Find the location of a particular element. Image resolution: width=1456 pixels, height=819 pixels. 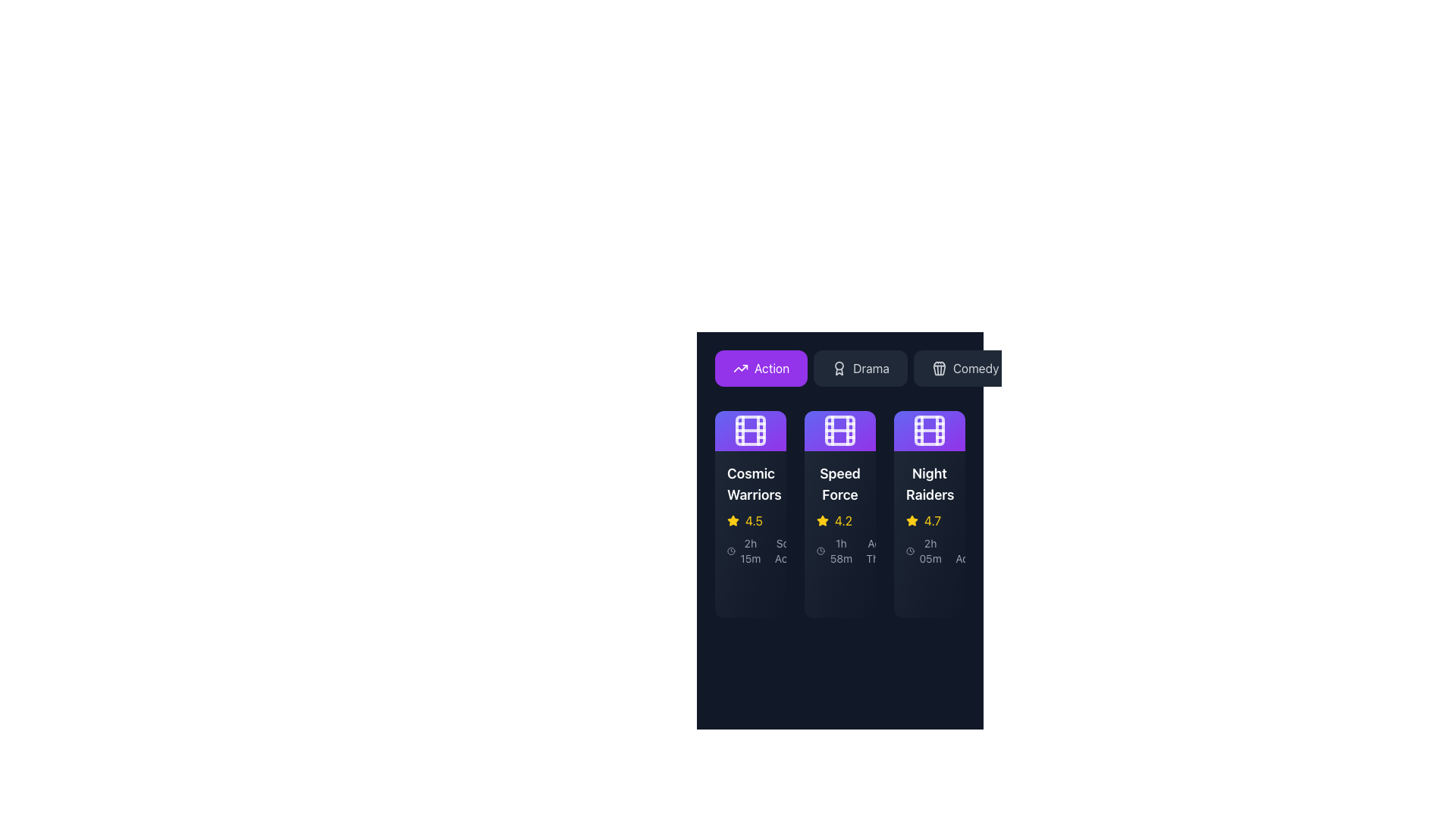

the 'Drama' text label displayed in white color on a dark background, which is the rightmost genre label in the top row of the interface is located at coordinates (871, 369).